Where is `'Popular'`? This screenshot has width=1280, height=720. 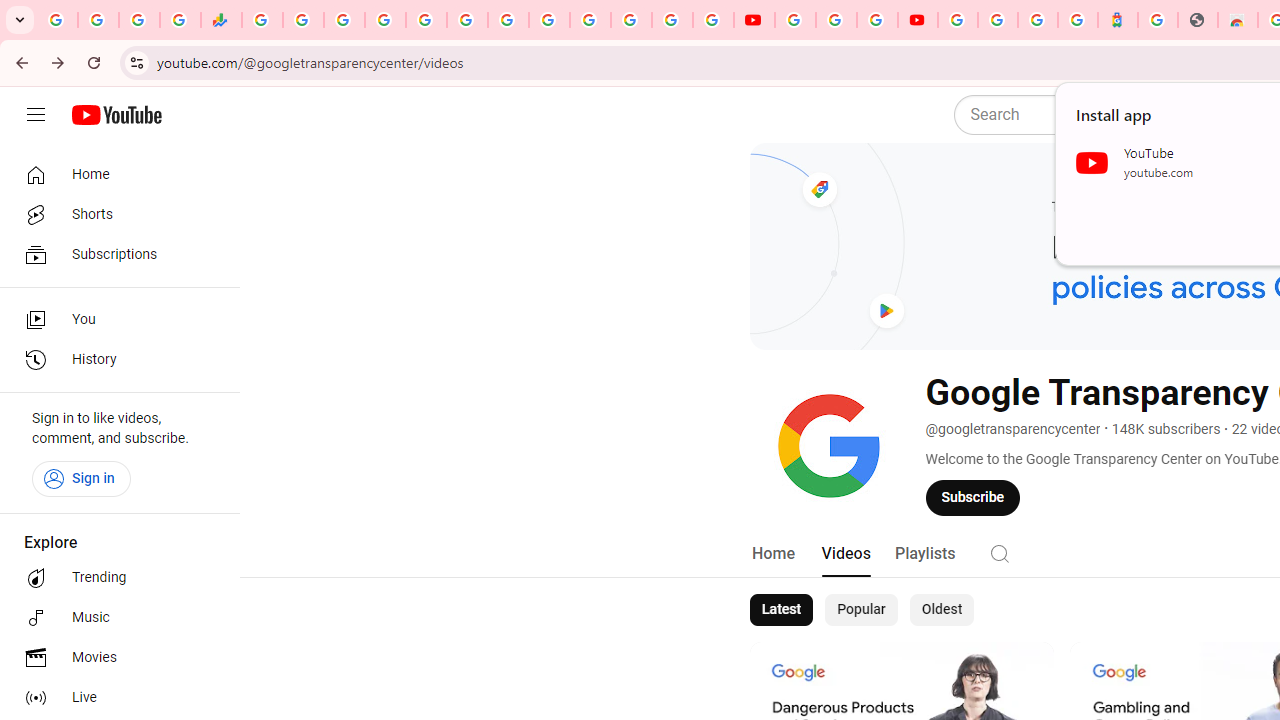 'Popular' is located at coordinates (861, 608).